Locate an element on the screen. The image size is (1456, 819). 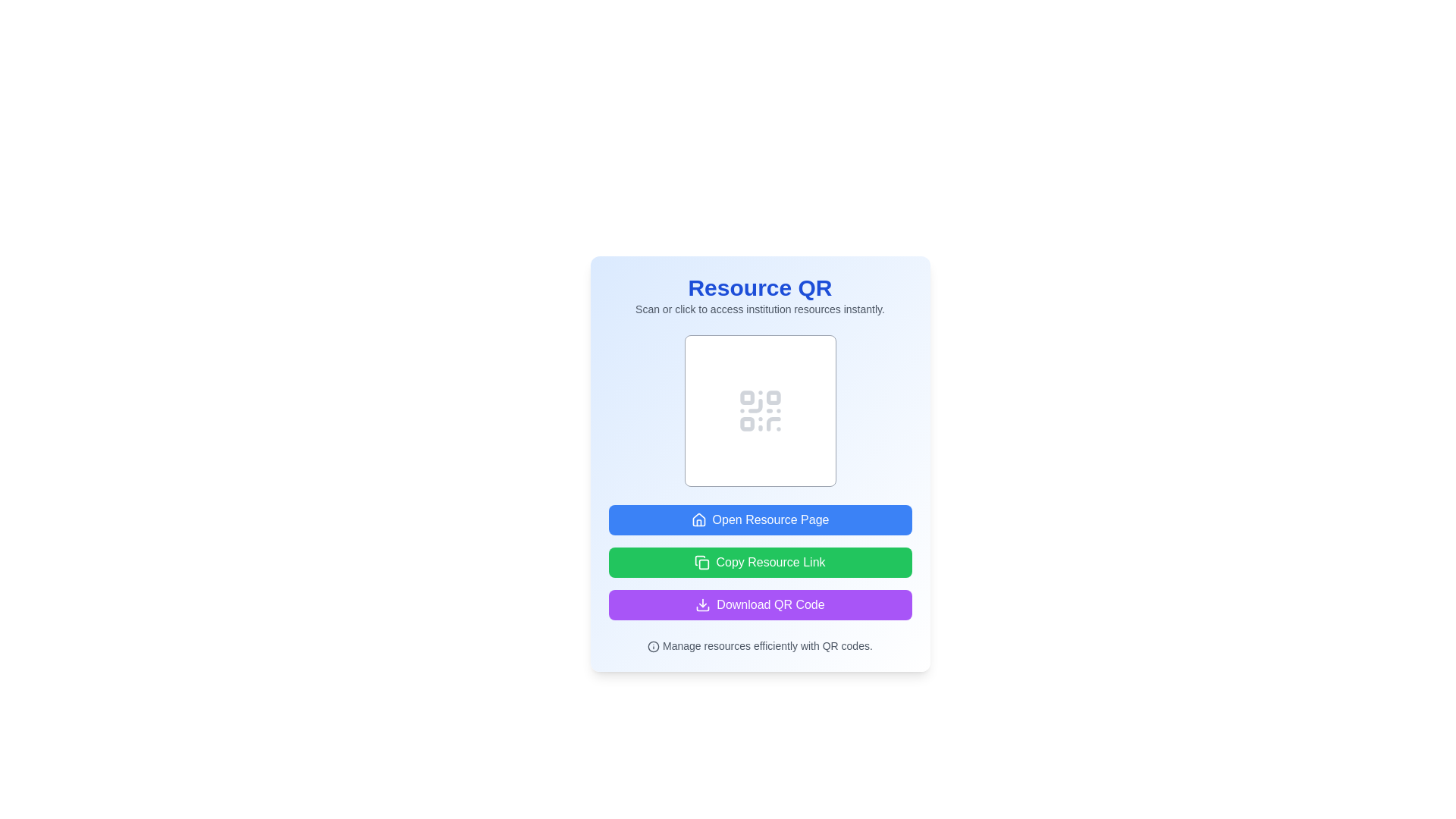
text content of the Text Label that indicates the purpose of the 'Download QR Code' button, which is located to the right of the button and is the third option in a vertical set beneath the 'Copy Resource Link' button is located at coordinates (770, 604).